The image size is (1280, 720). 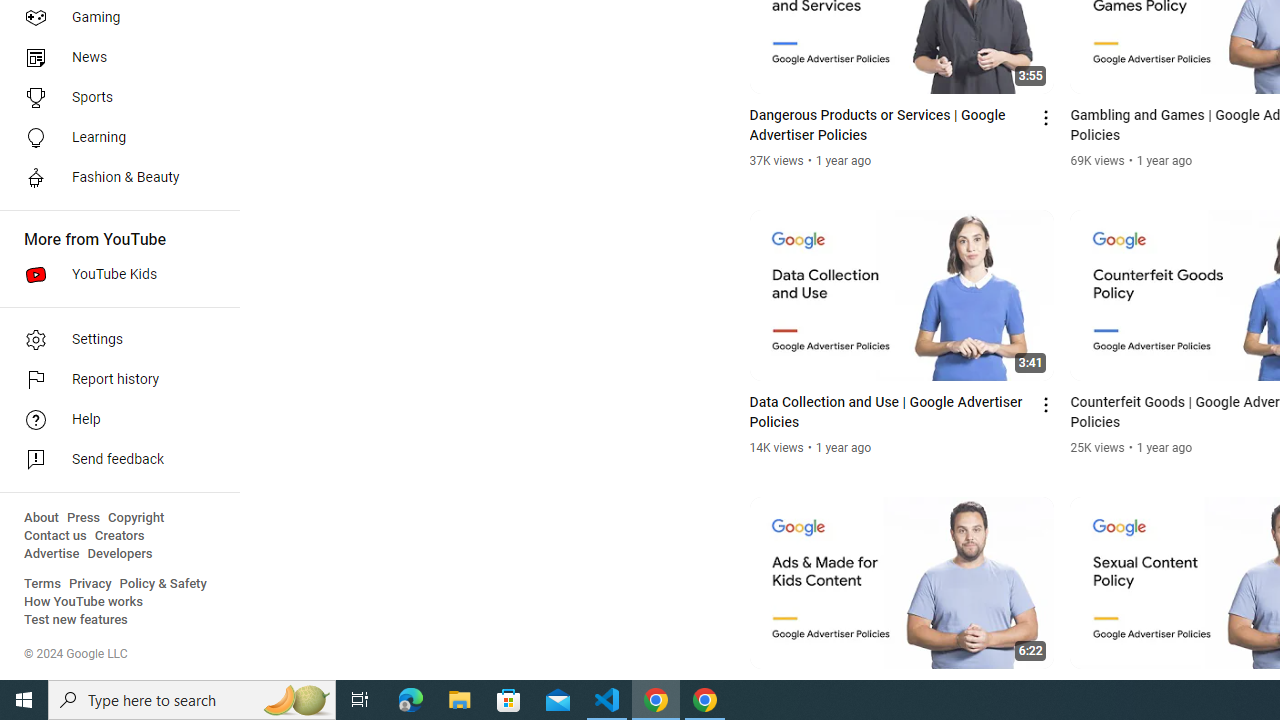 I want to click on 'Policy & Safety', so click(x=163, y=584).